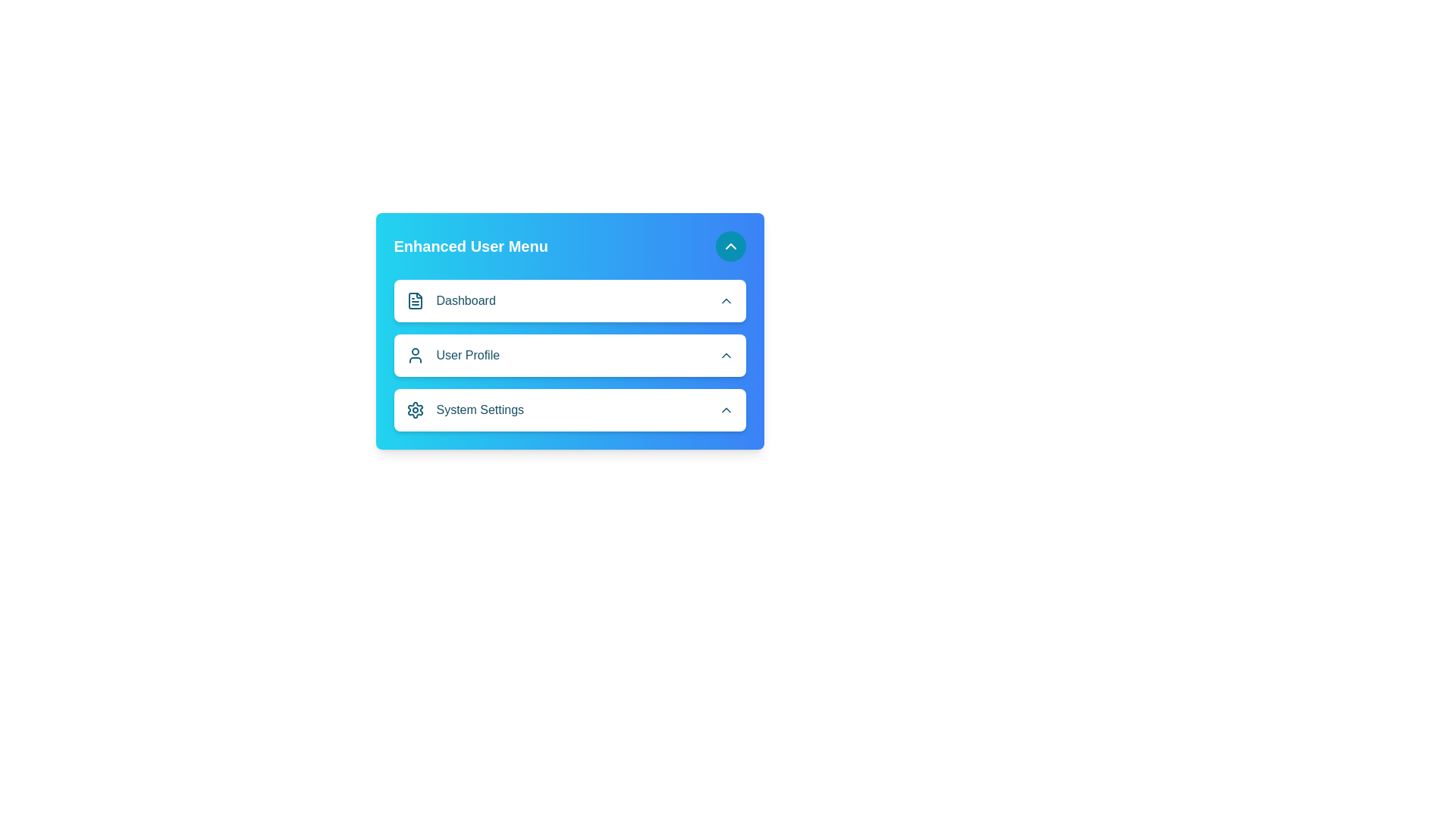 The width and height of the screenshot is (1456, 819). Describe the element at coordinates (415, 301) in the screenshot. I see `the 'Dashboard' icon in the 'Enhanced User Menu', which is the first icon in the menu list` at that location.